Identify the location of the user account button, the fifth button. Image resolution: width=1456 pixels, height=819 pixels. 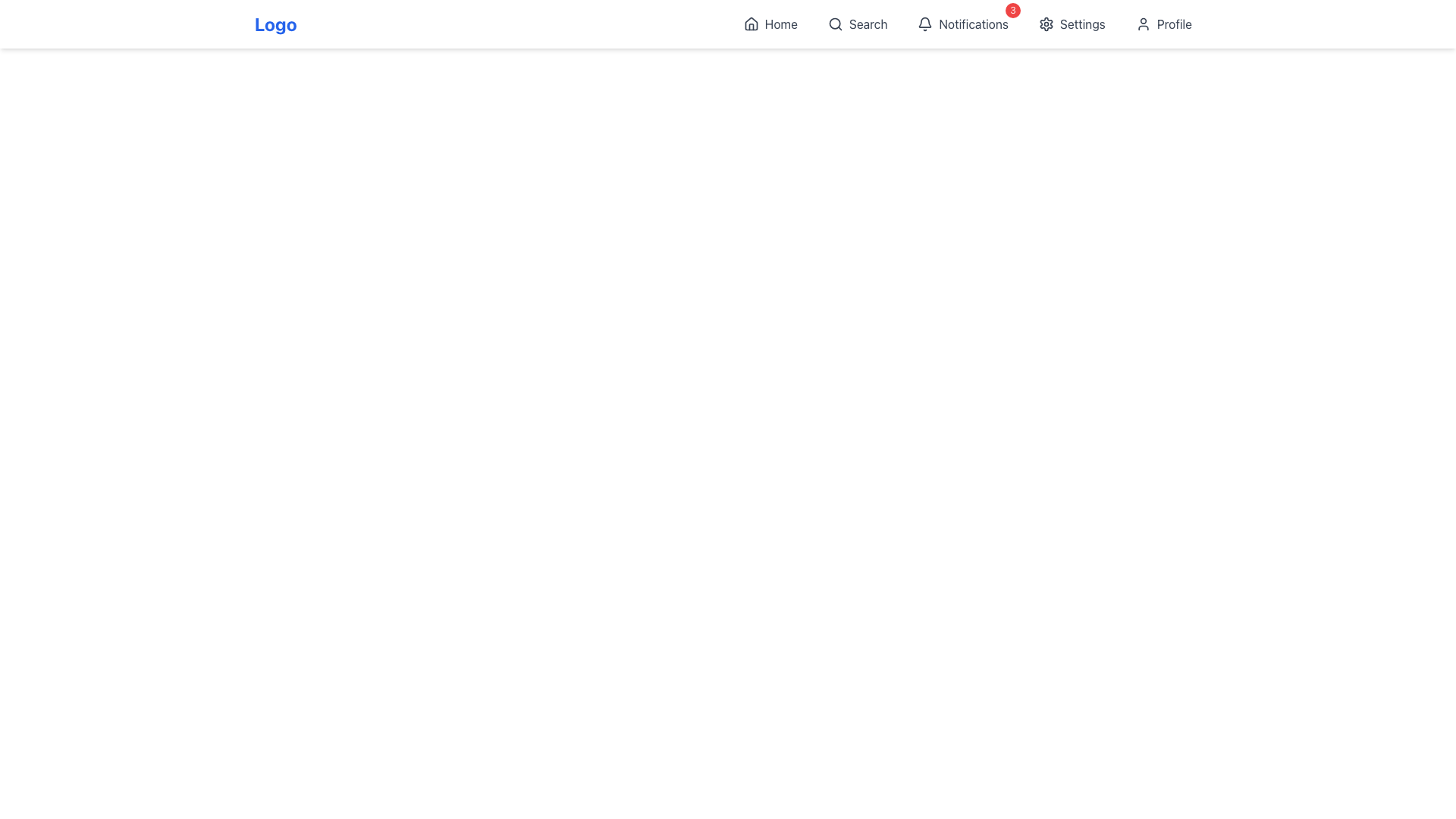
(1163, 24).